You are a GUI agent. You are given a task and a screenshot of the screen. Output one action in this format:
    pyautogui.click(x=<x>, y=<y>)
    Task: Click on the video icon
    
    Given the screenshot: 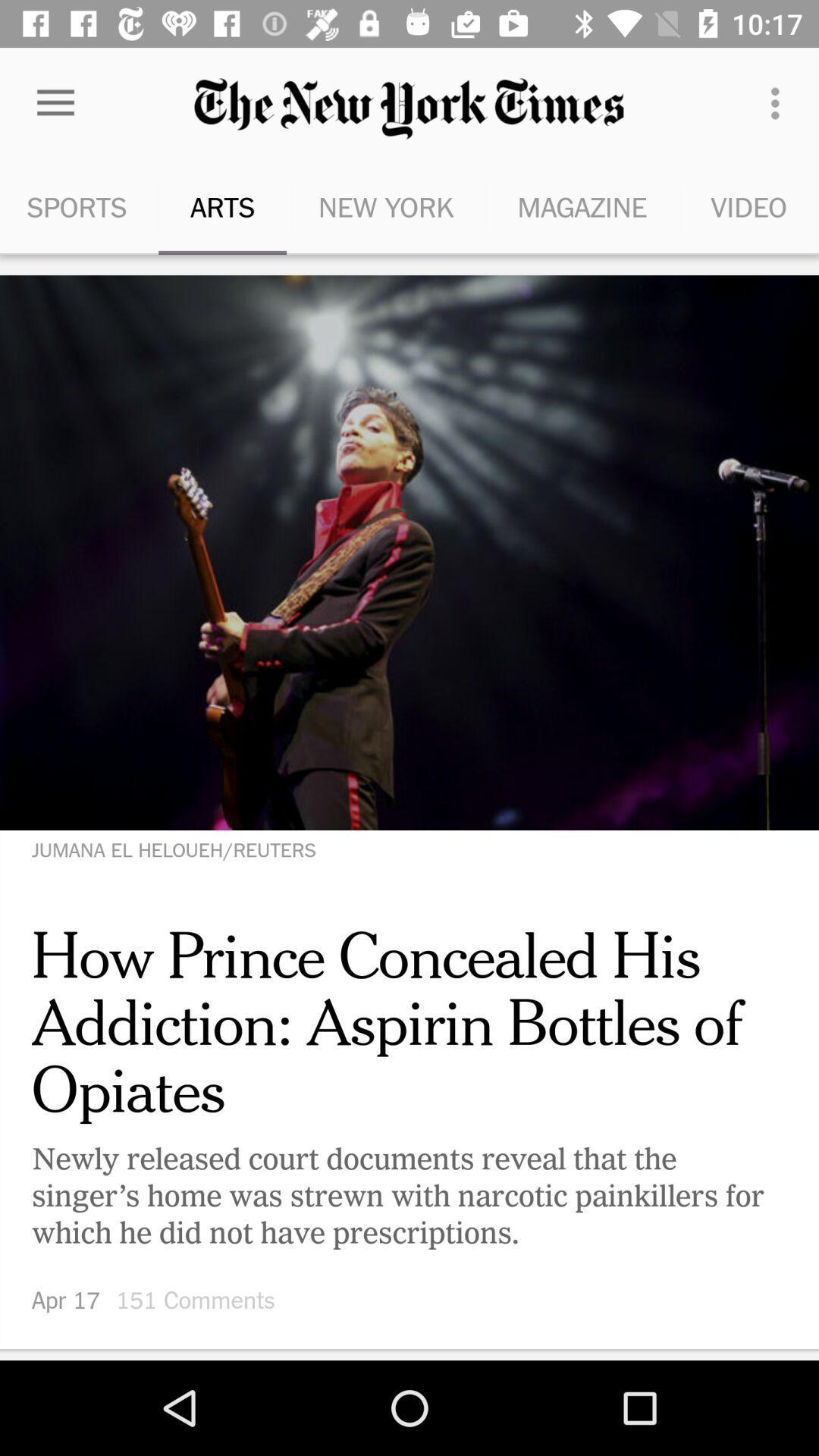 What is the action you would take?
    pyautogui.click(x=748, y=206)
    